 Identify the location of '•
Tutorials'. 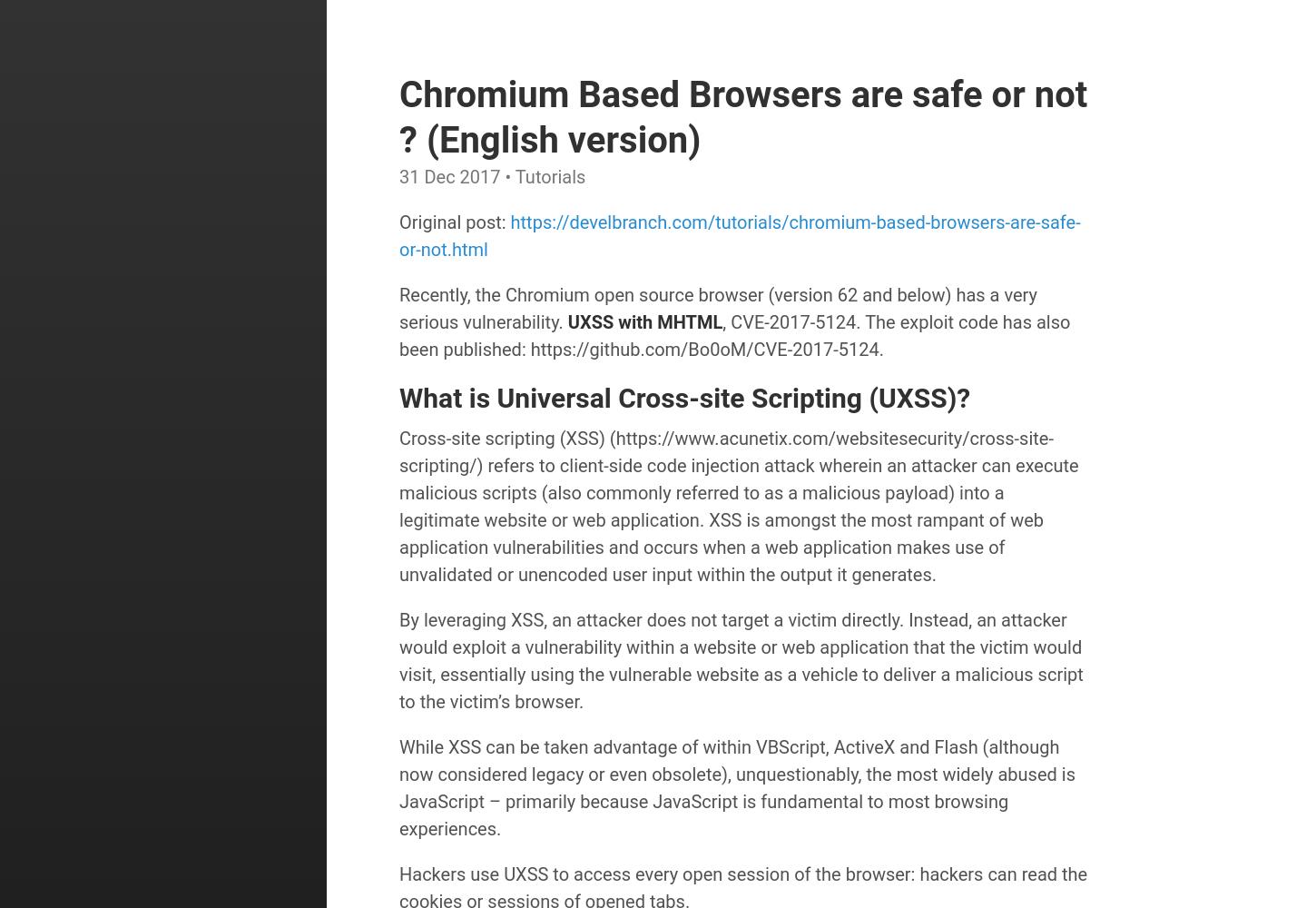
(504, 176).